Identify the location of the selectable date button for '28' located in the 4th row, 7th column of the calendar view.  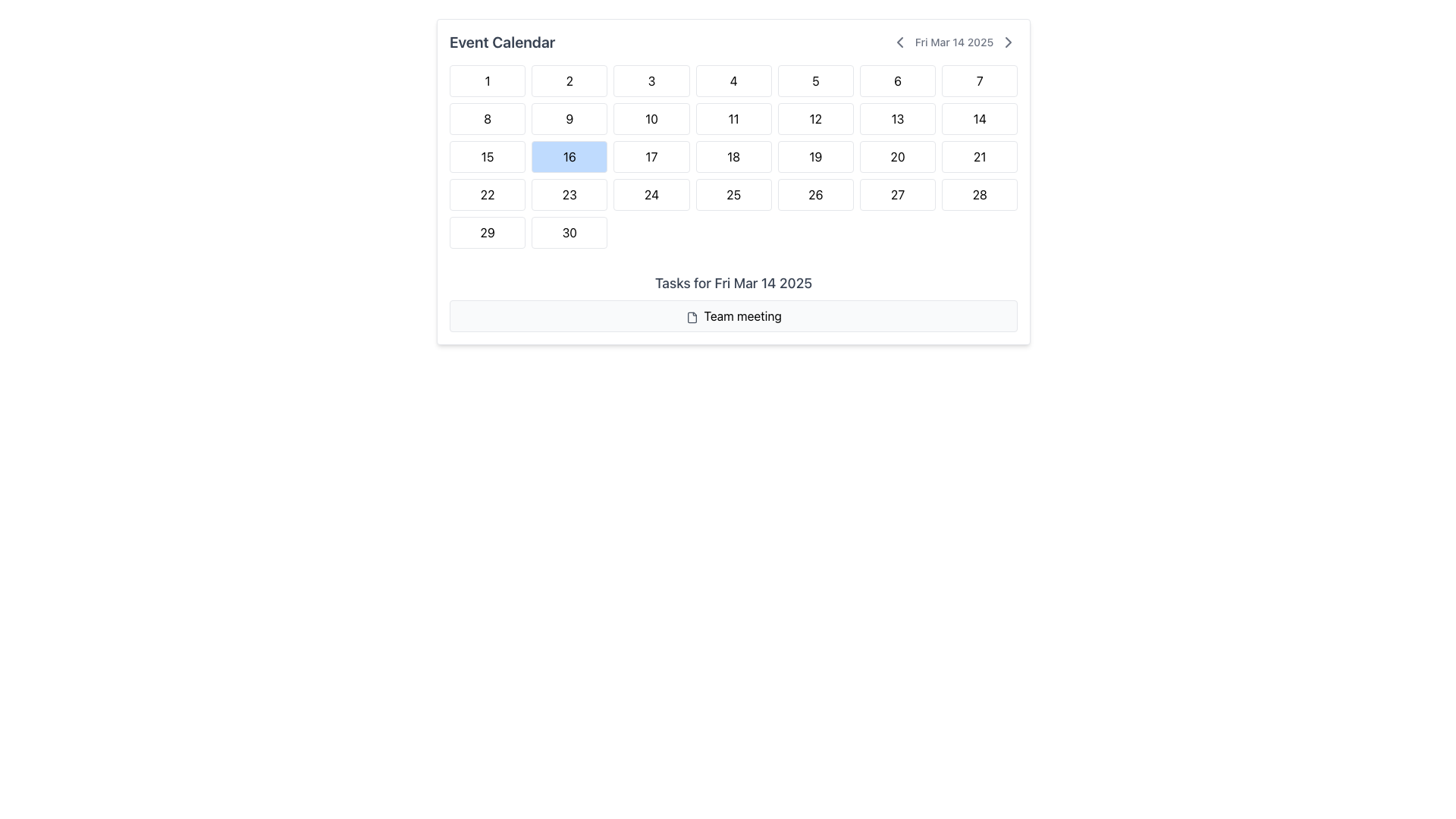
(980, 194).